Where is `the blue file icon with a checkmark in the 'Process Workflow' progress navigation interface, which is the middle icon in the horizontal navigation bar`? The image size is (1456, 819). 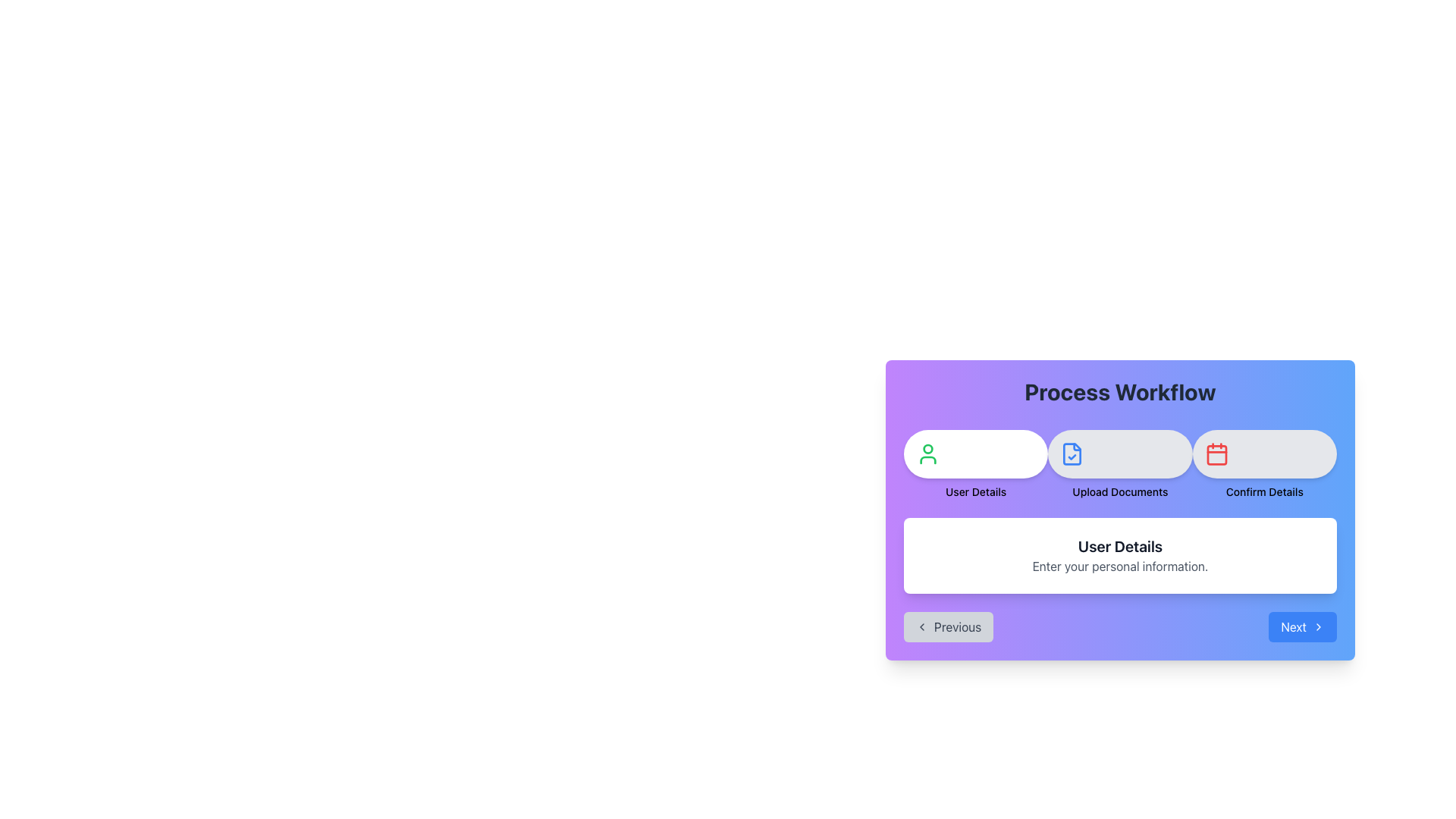 the blue file icon with a checkmark in the 'Process Workflow' progress navigation interface, which is the middle icon in the horizontal navigation bar is located at coordinates (1072, 453).